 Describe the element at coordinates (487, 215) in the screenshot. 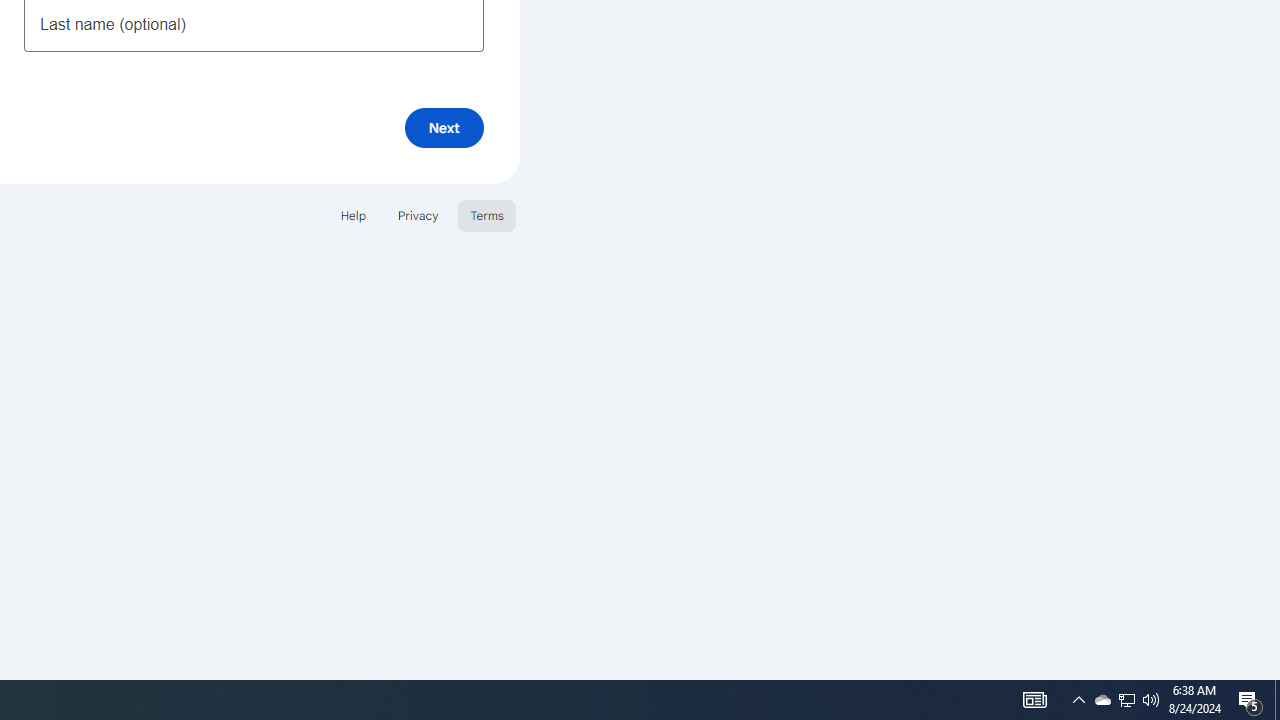

I see `'Terms'` at that location.